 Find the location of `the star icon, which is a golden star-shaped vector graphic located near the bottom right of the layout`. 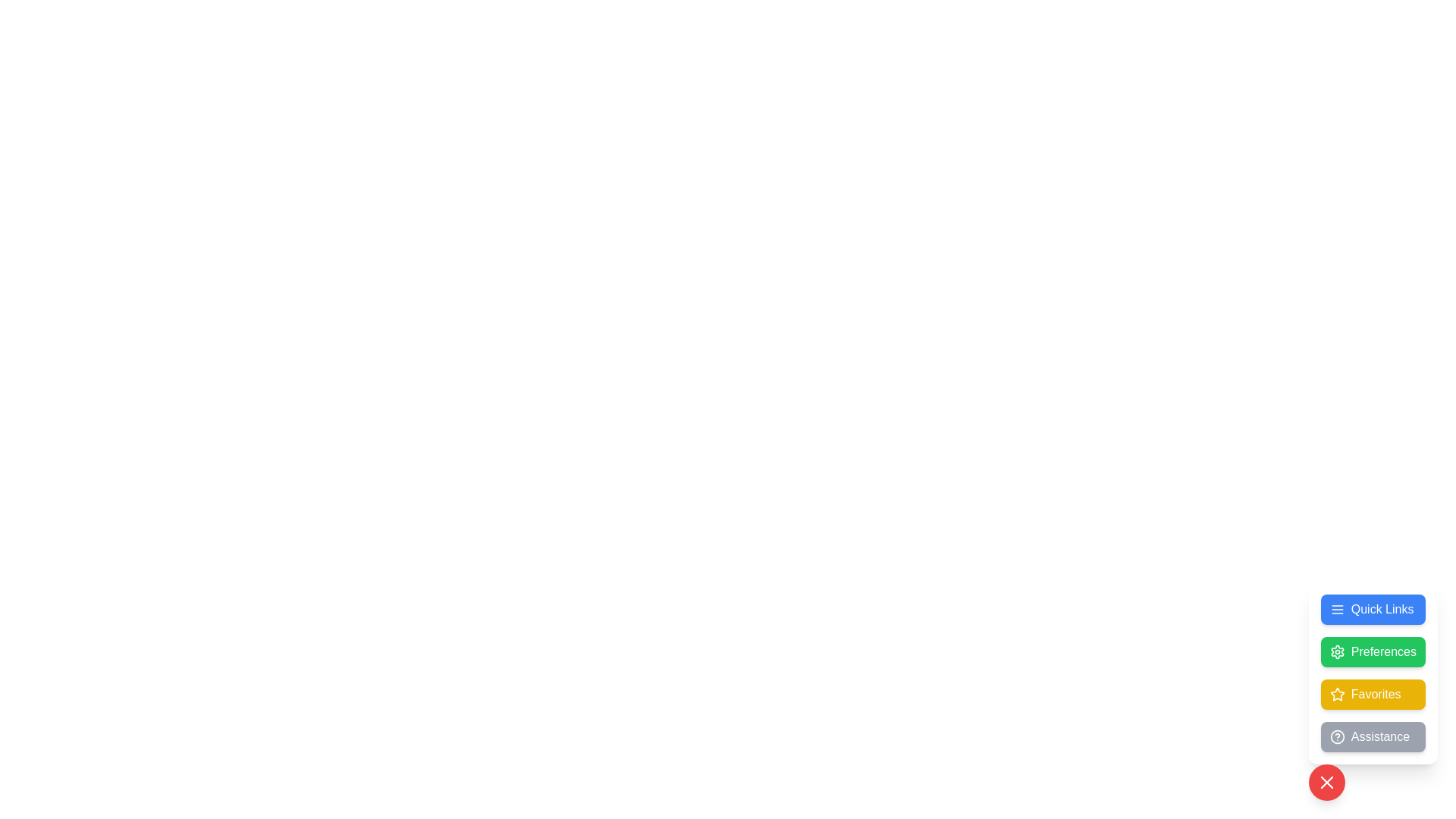

the star icon, which is a golden star-shaped vector graphic located near the bottom right of the layout is located at coordinates (1337, 694).